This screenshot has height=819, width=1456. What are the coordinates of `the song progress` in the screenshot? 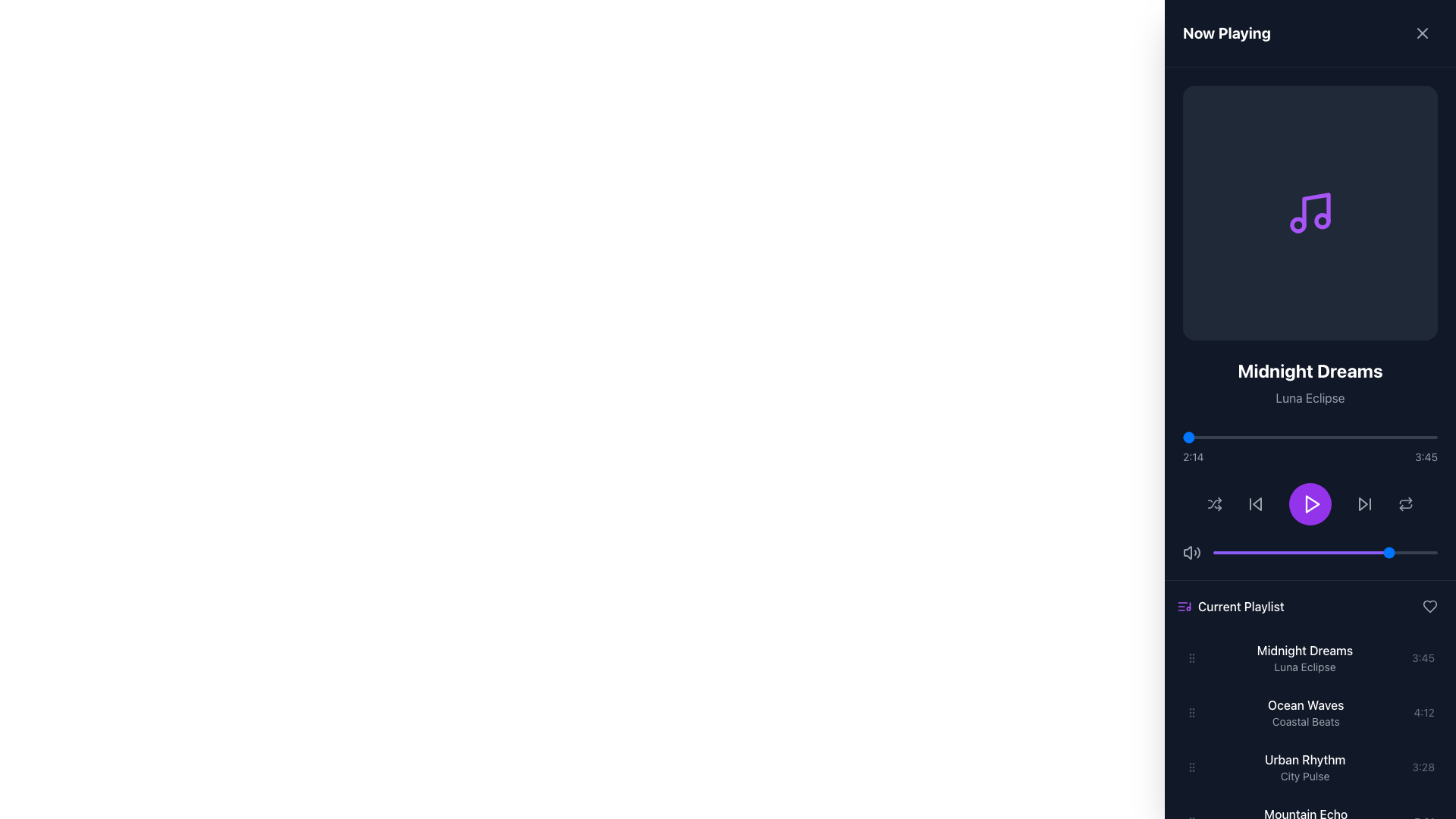 It's located at (1266, 438).